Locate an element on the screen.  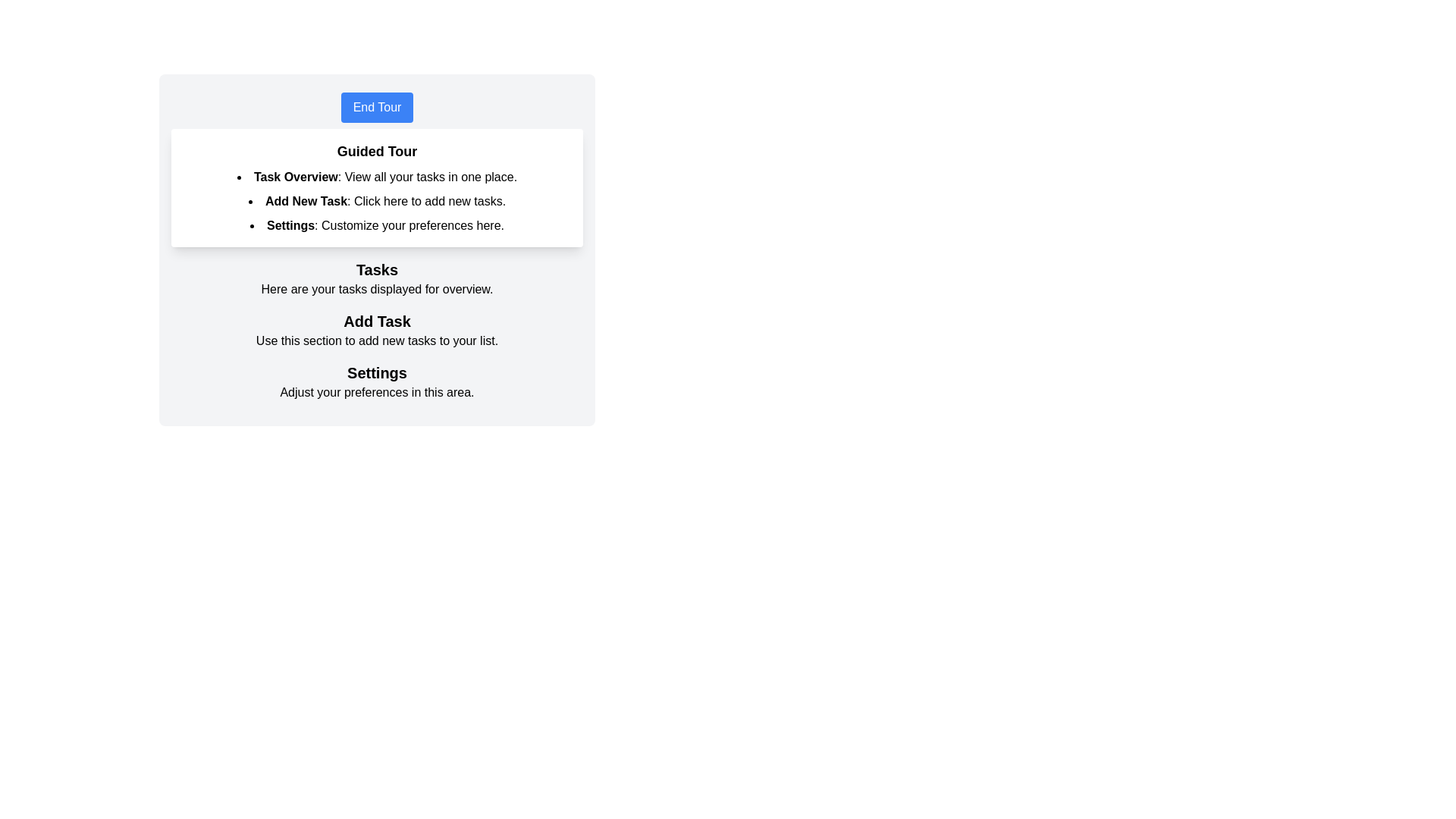
the informational text element that displays the sentence 'Use this section to add new tasks to your list.' which is located below the 'Add Task' header is located at coordinates (377, 341).